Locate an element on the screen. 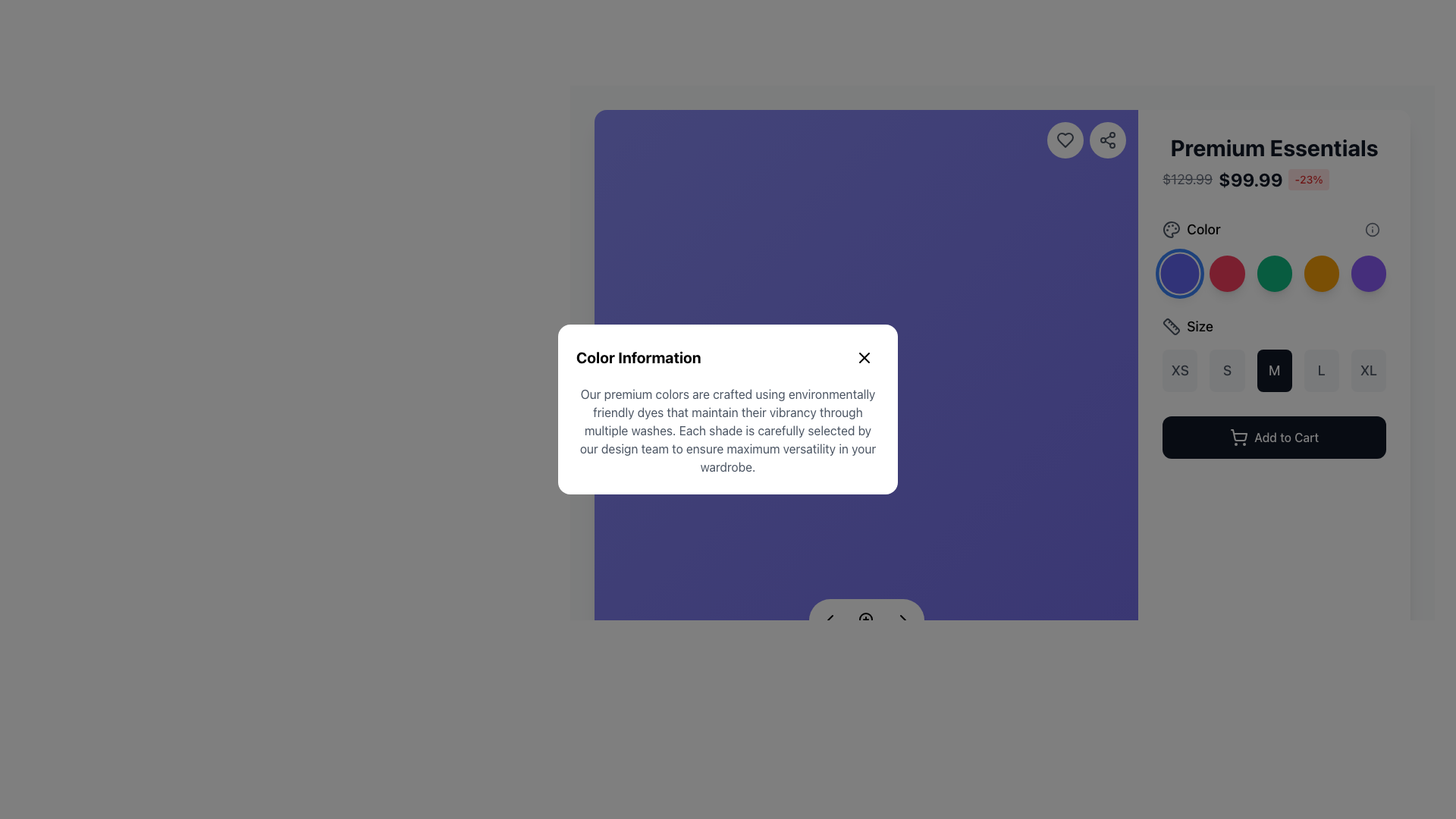  the button located at the bottom of the product details card is located at coordinates (1274, 438).